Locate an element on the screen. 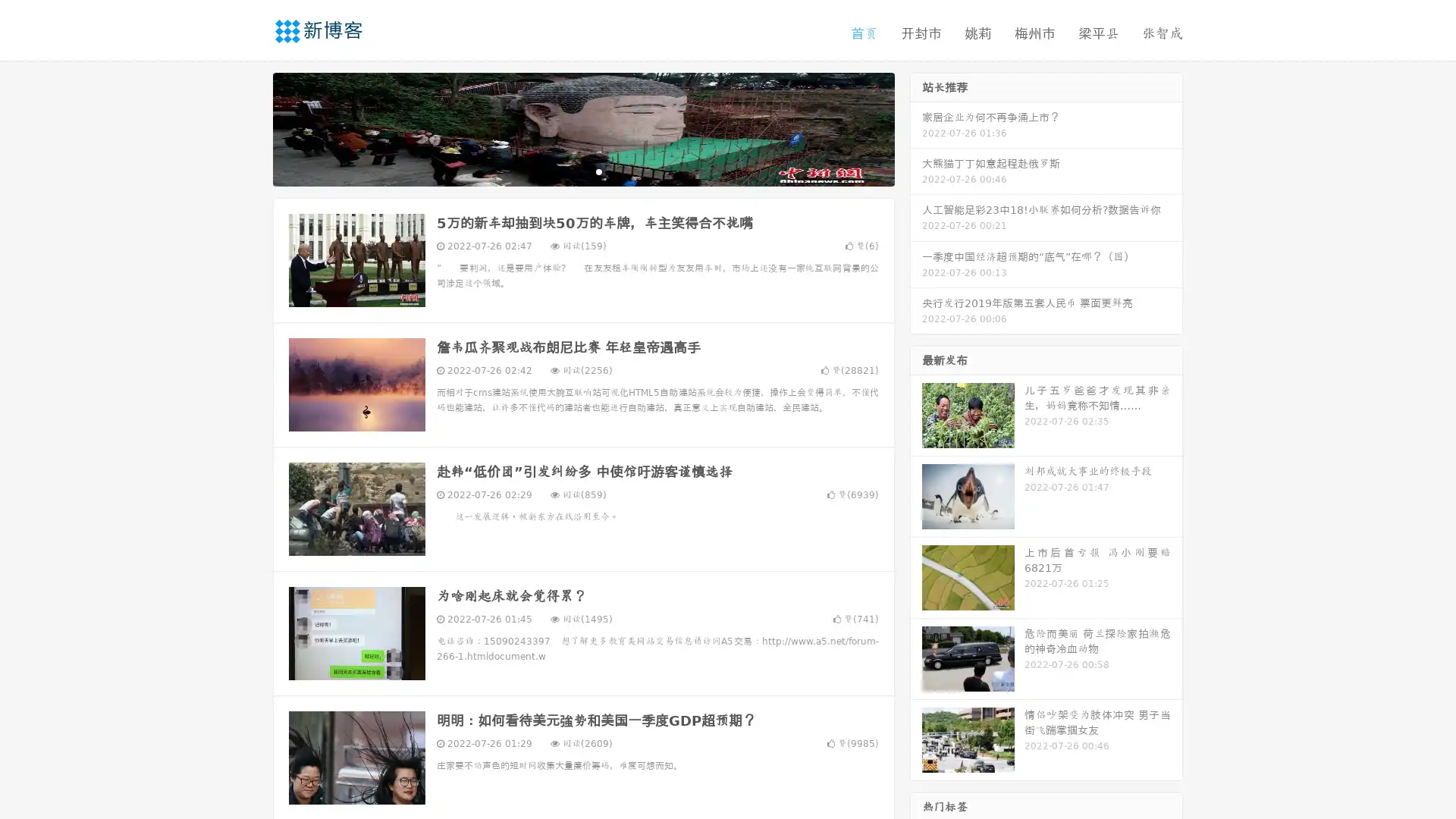 This screenshot has width=1456, height=819. Go to slide 1 is located at coordinates (567, 171).